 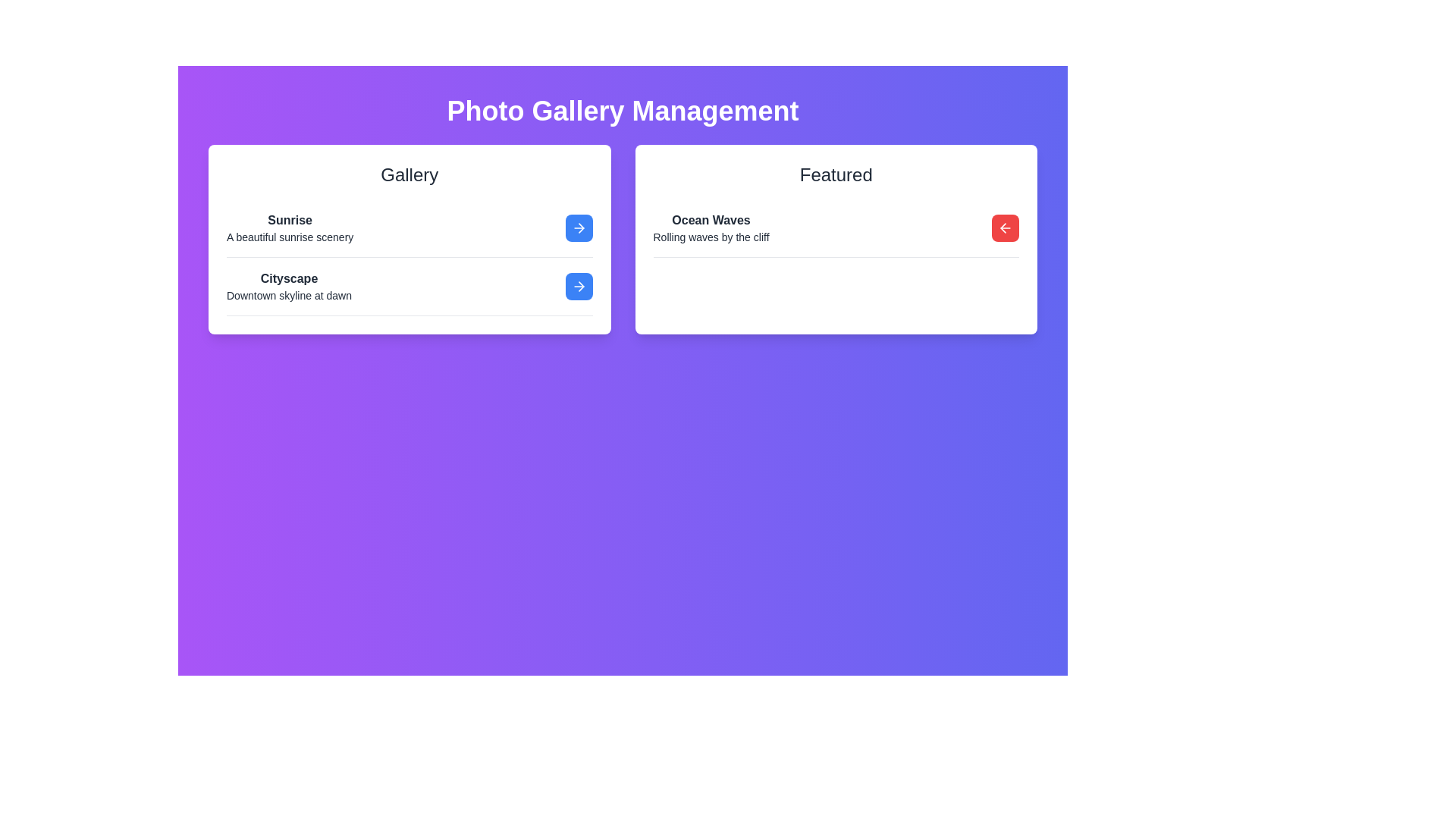 What do you see at coordinates (623, 110) in the screenshot?
I see `text of the Text header that indicates the application's purpose for managing a photo gallery, located at the top central region of the interface` at bounding box center [623, 110].